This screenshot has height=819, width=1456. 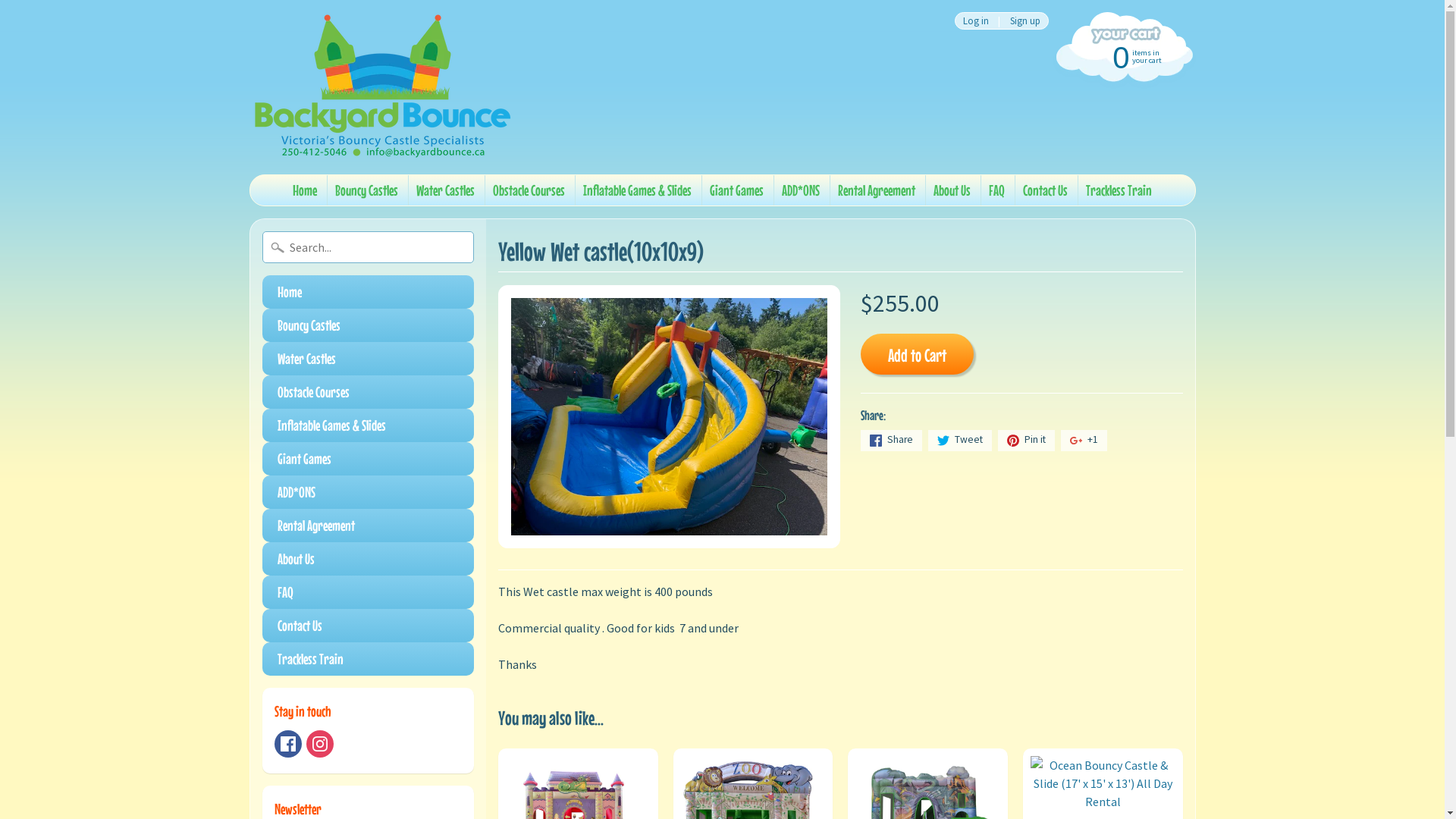 I want to click on 'Giant Games', so click(x=368, y=458).